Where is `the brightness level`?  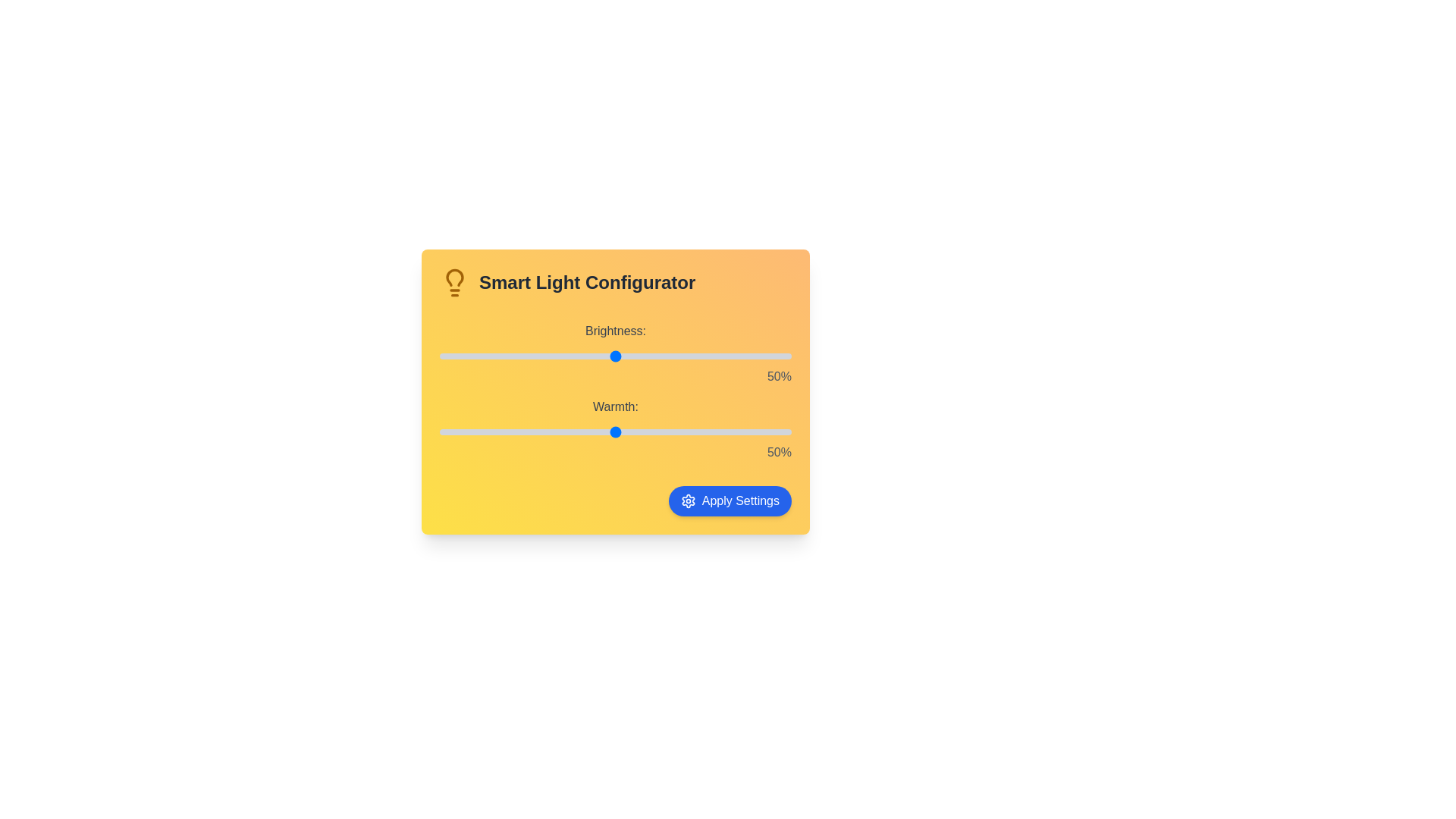 the brightness level is located at coordinates (644, 356).